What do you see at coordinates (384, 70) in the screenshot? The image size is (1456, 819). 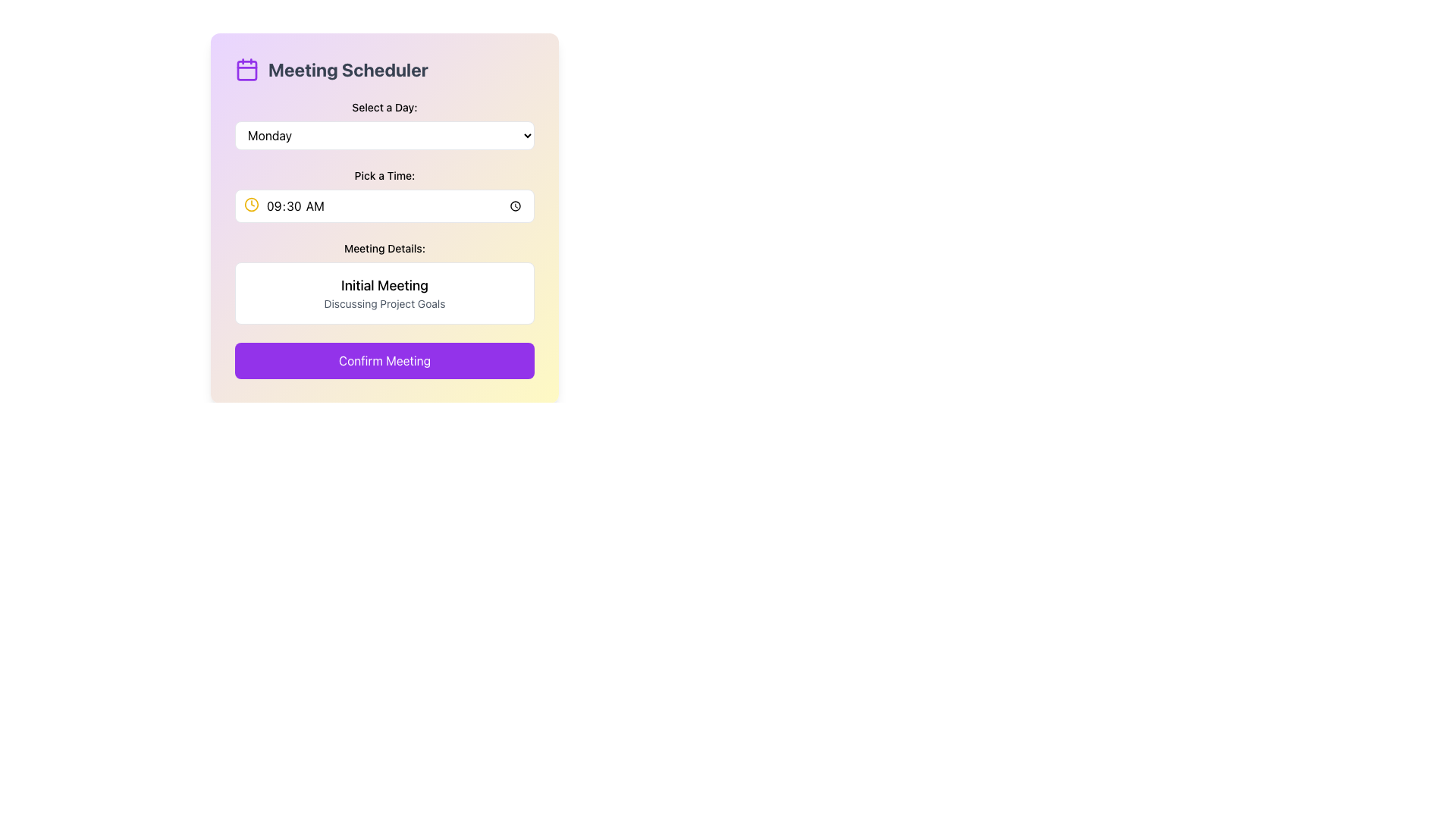 I see `the 'Meeting Scheduler' static text element, which is styled in bold, dark-gray font and located at the top of the form-like layout, adjacent to a purple outlined calendar icon` at bounding box center [384, 70].